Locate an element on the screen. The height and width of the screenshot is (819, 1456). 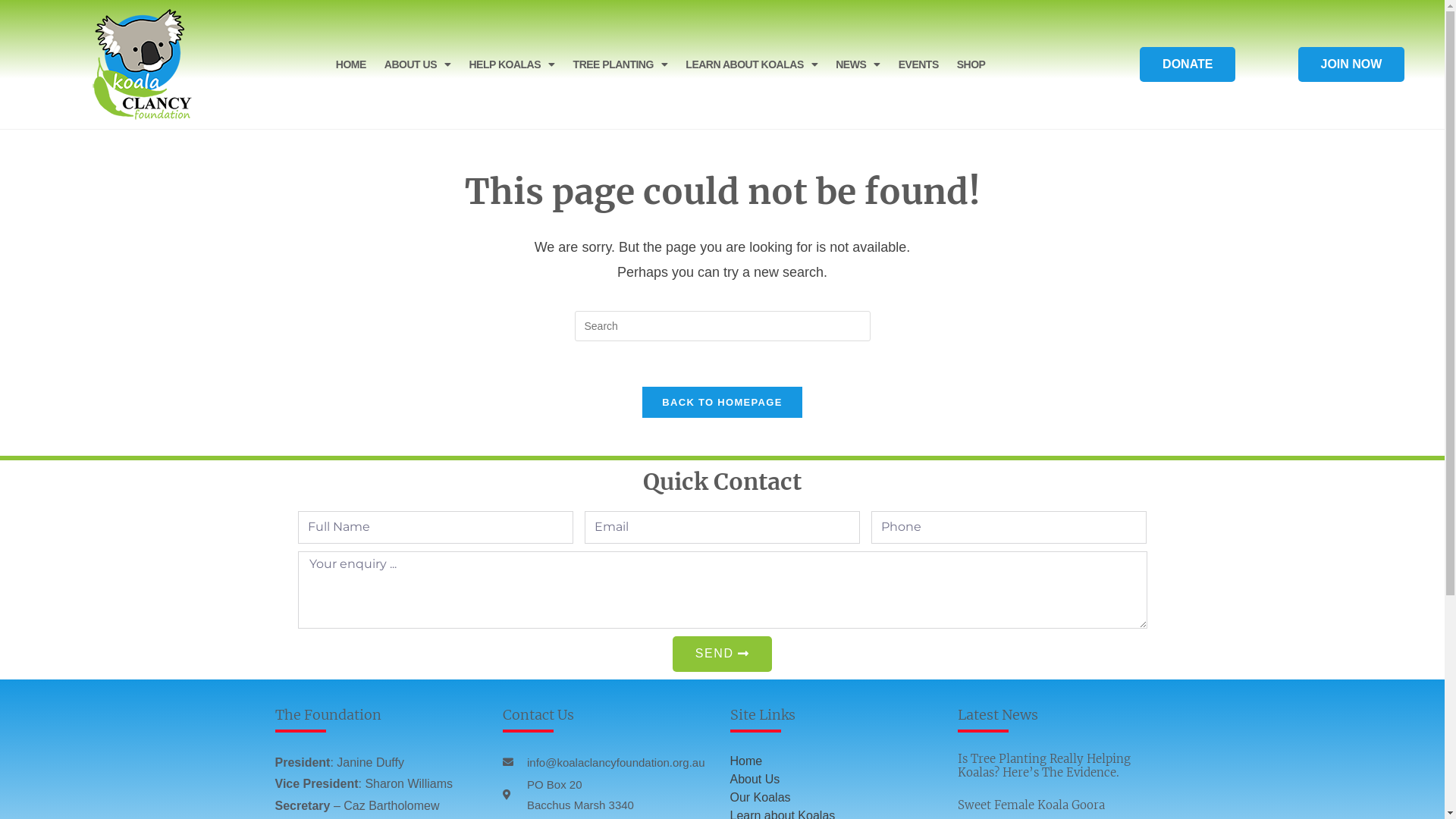
'DONATE' is located at coordinates (1186, 63).